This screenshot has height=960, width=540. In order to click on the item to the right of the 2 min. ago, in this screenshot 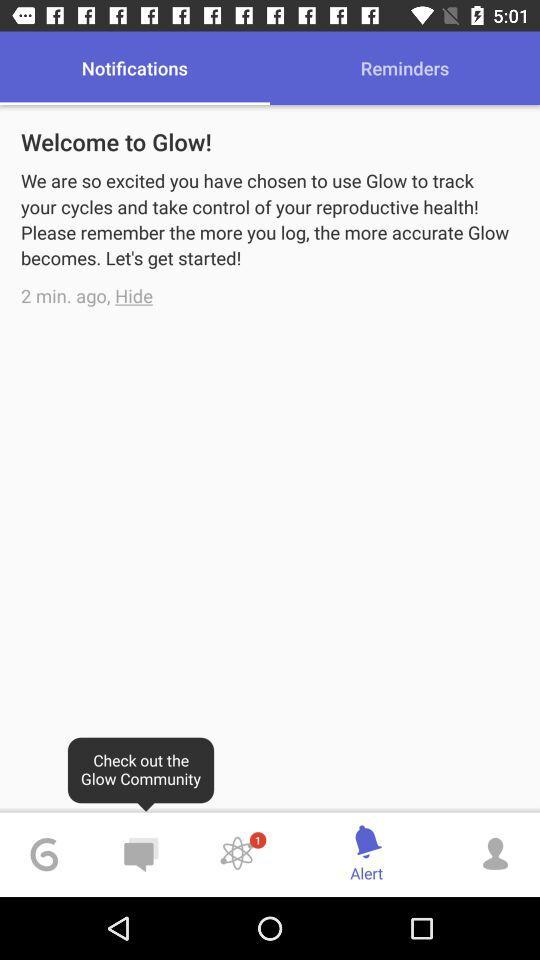, I will do `click(134, 294)`.